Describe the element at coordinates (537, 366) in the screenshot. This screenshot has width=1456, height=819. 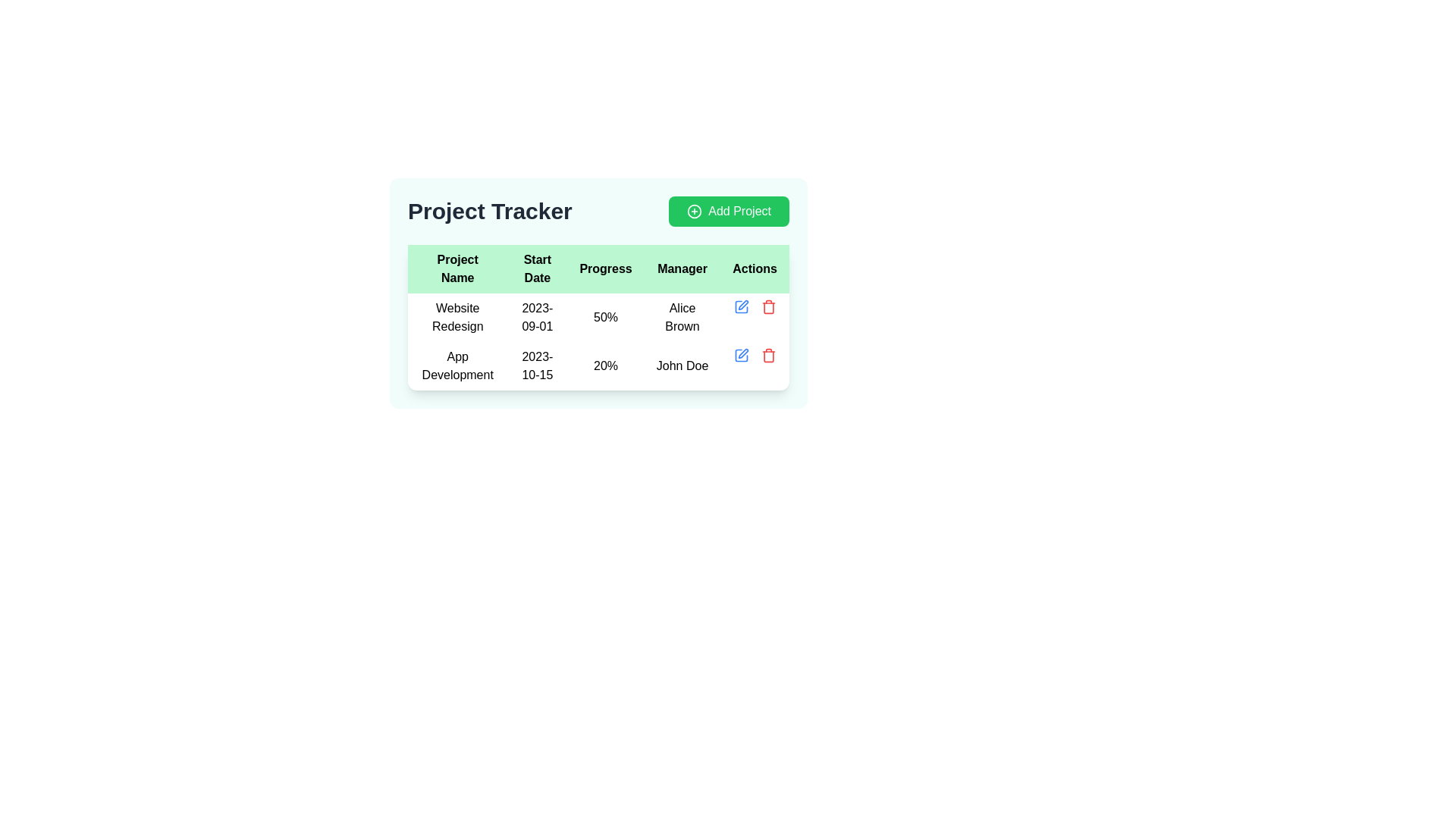
I see `the label displaying the start date of the project, which is located between 'App Development' and '20%' in the table structure` at that location.